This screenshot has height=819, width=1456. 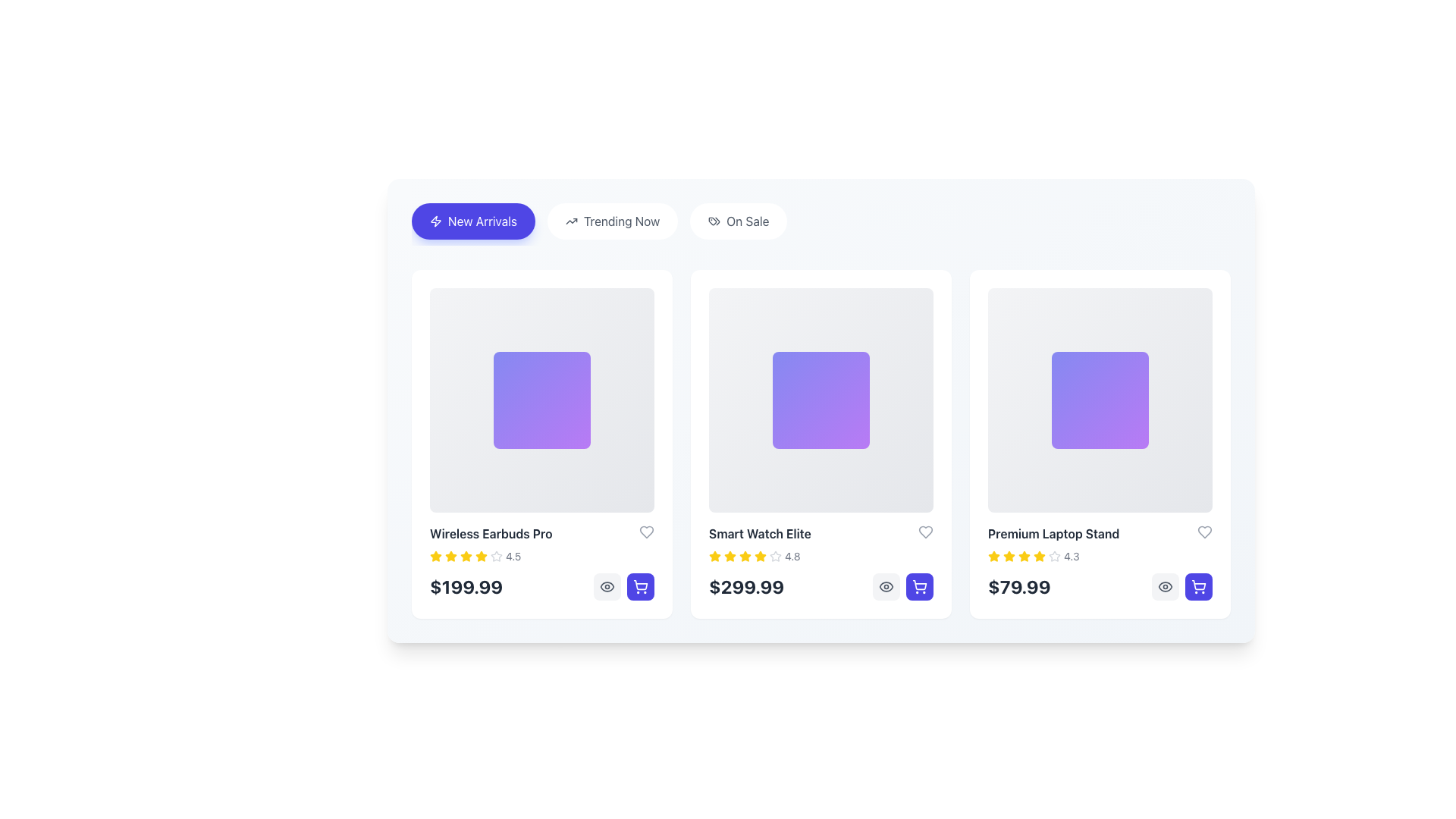 I want to click on the second rating star in the first product card to rate it, so click(x=450, y=556).